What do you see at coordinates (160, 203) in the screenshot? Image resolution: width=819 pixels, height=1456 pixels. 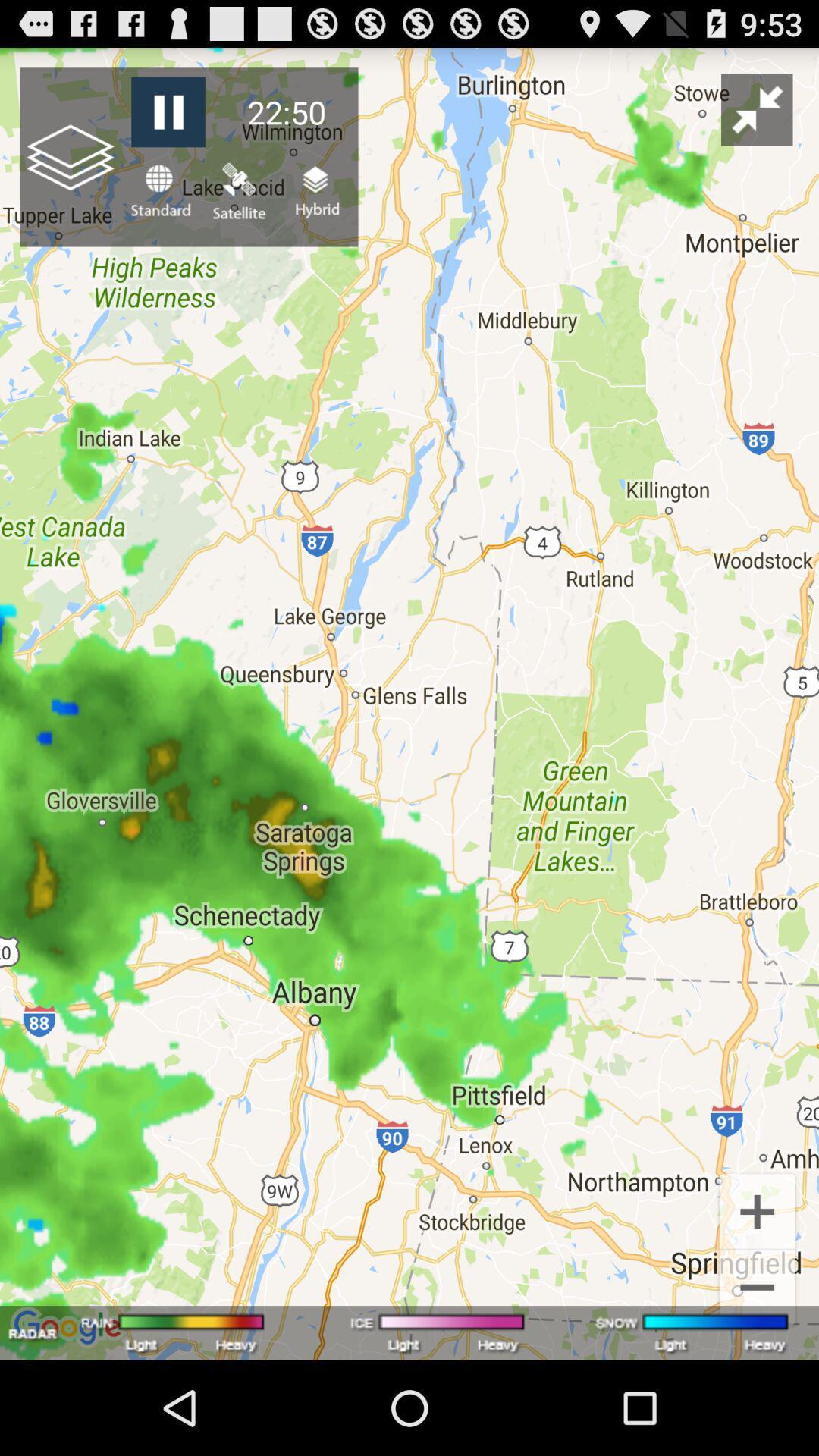 I see `the globe icon` at bounding box center [160, 203].